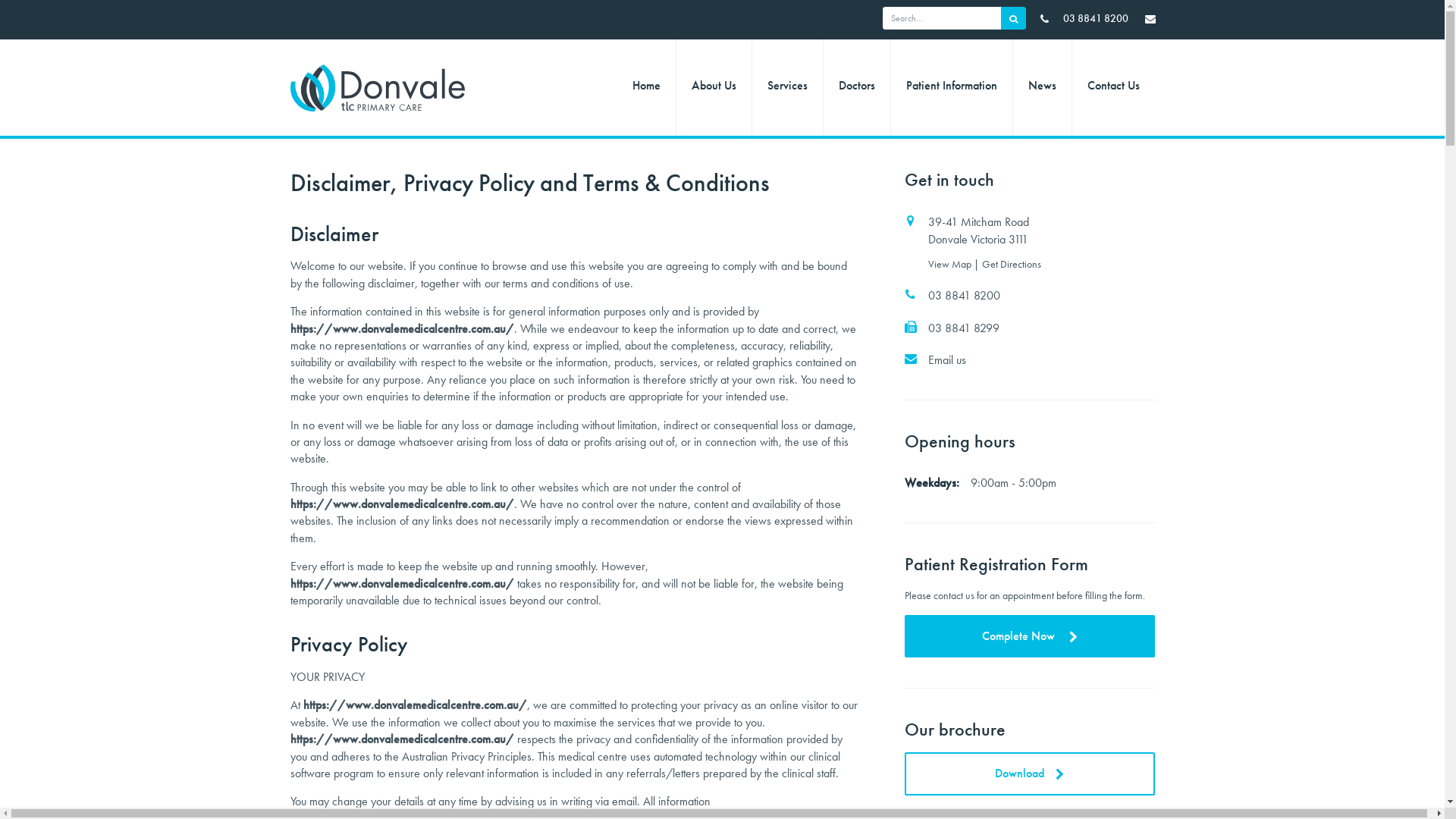 Image resolution: width=1456 pixels, height=819 pixels. I want to click on 'TLC Primary Care - Donvale | Logo', so click(384, 87).